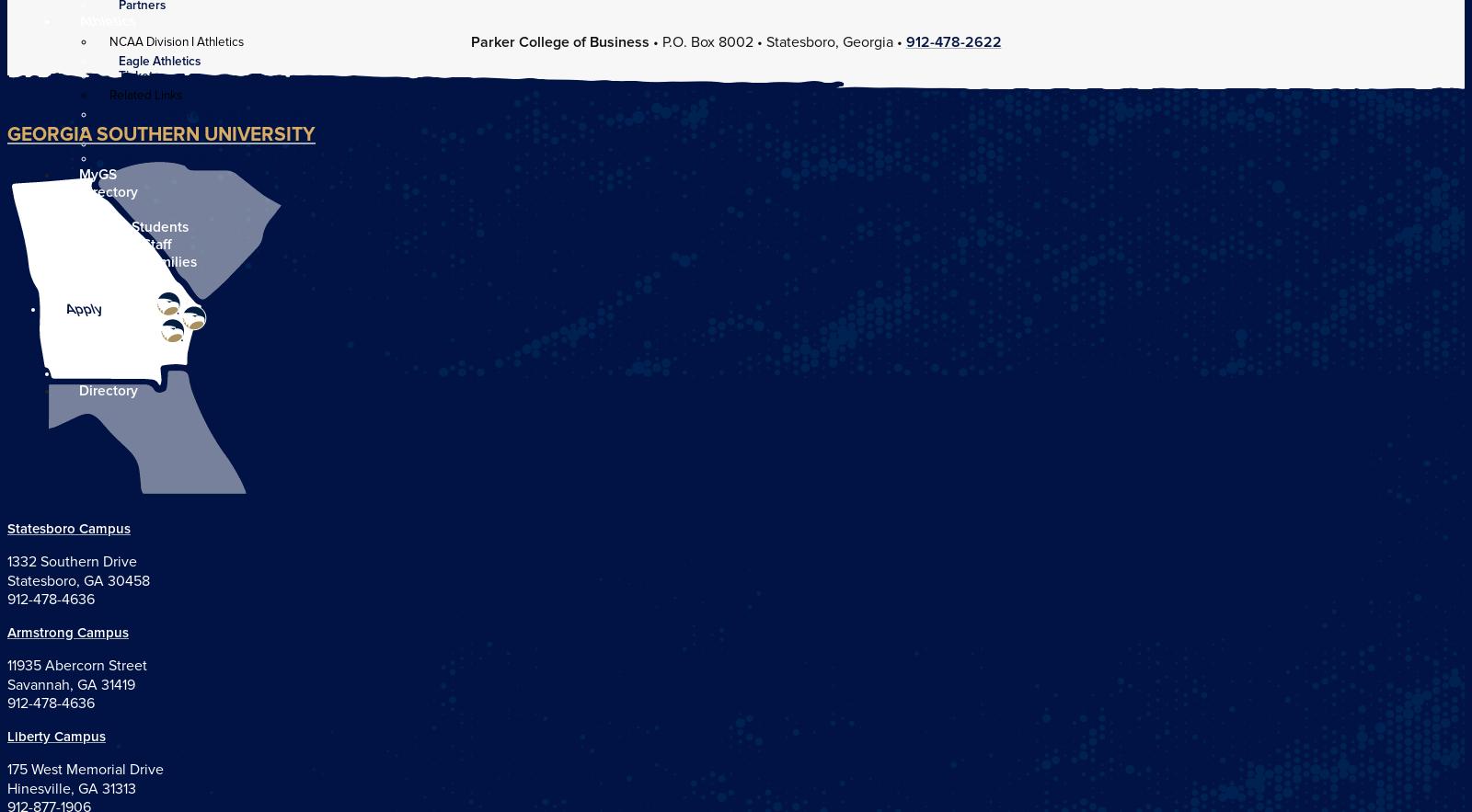 The height and width of the screenshot is (812, 1472). What do you see at coordinates (84, 769) in the screenshot?
I see `'175 West Memorial Drive'` at bounding box center [84, 769].